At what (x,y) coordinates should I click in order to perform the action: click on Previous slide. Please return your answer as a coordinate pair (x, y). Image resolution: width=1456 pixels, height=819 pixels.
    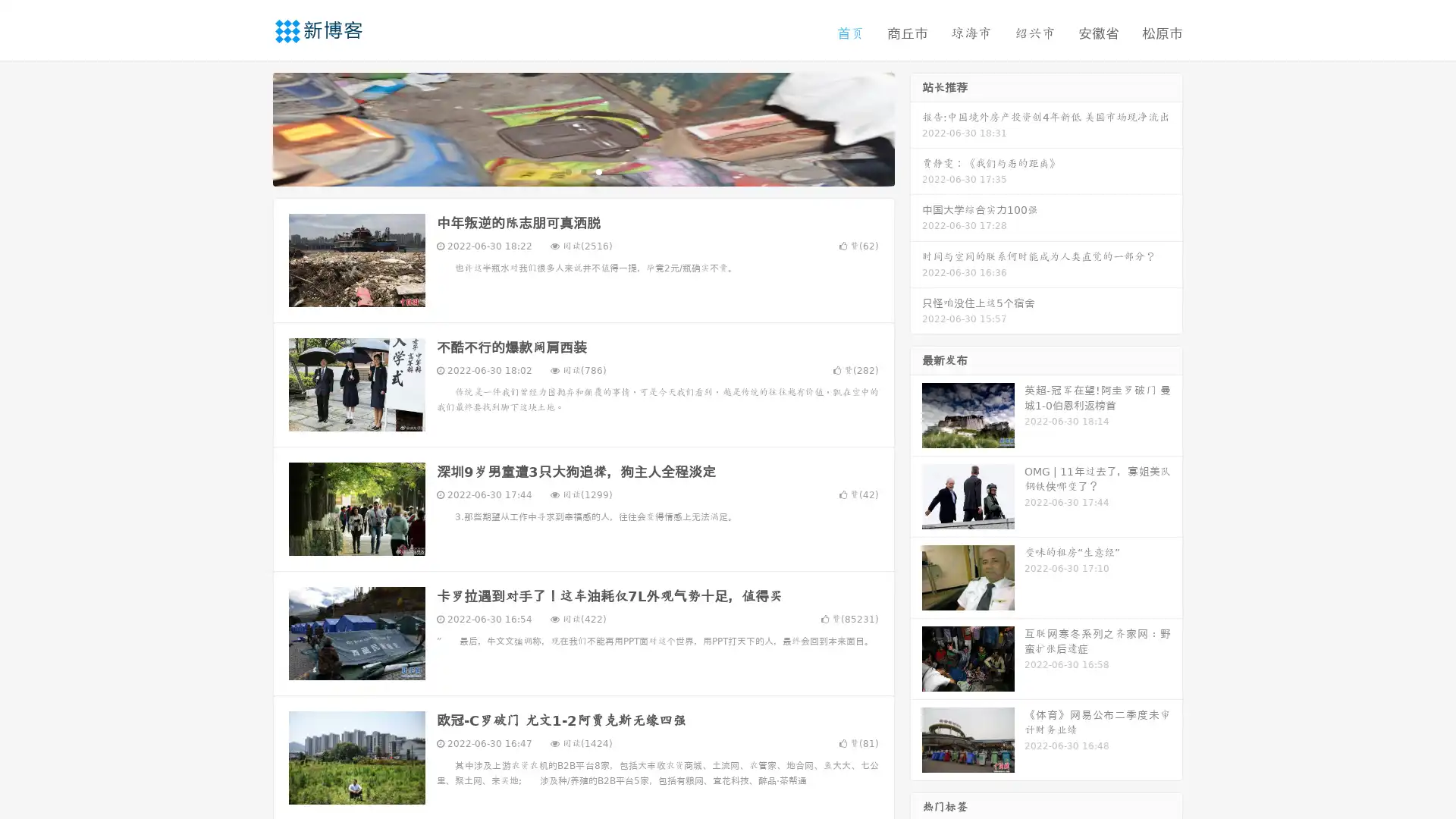
    Looking at the image, I should click on (250, 127).